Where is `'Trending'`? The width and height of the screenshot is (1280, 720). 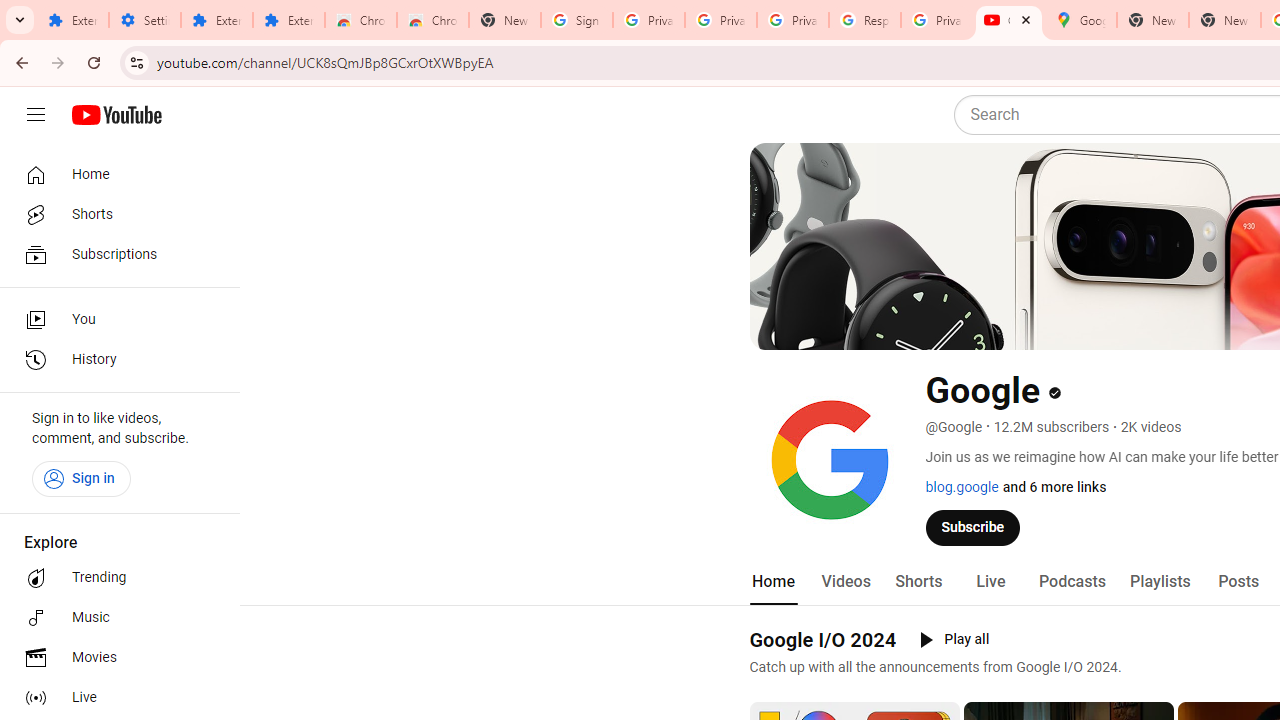 'Trending' is located at coordinates (112, 578).